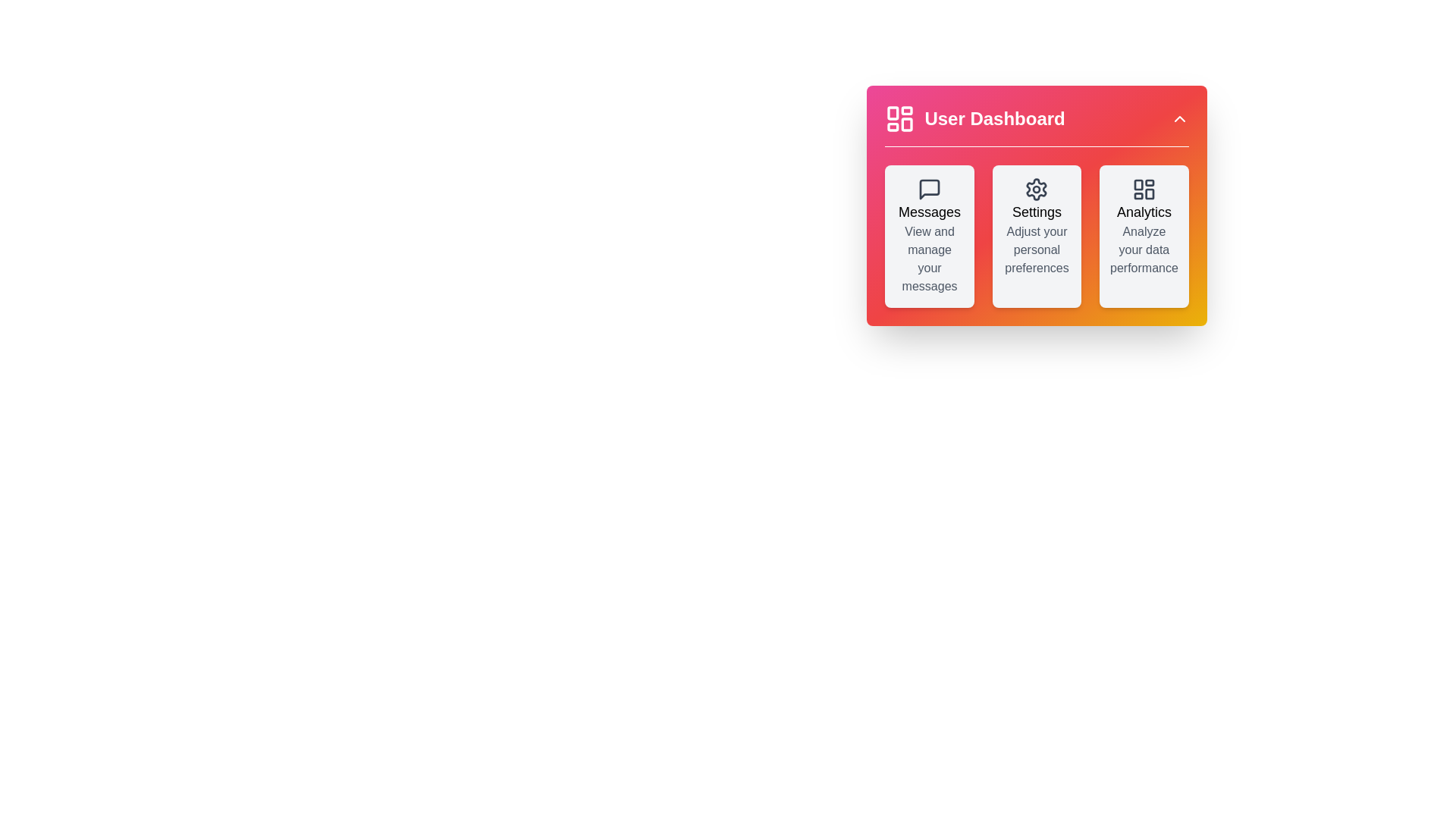  Describe the element at coordinates (1144, 237) in the screenshot. I see `the 'Analytics' informational card, which is the third card in a horizontal row beneath the 'User Dashboard' header` at that location.